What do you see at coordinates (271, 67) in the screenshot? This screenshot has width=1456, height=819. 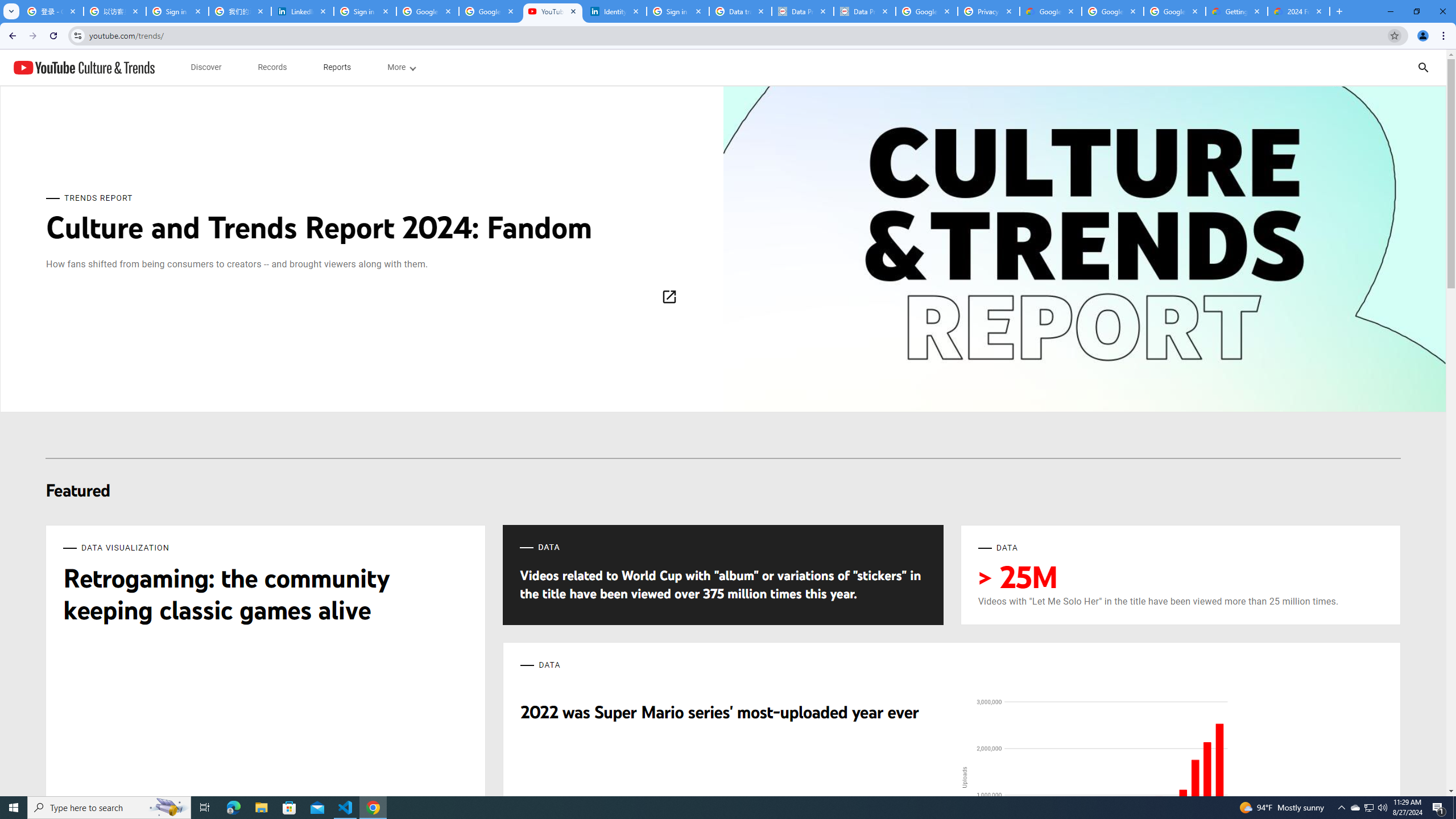 I see `'subnav-Records menupopup'` at bounding box center [271, 67].